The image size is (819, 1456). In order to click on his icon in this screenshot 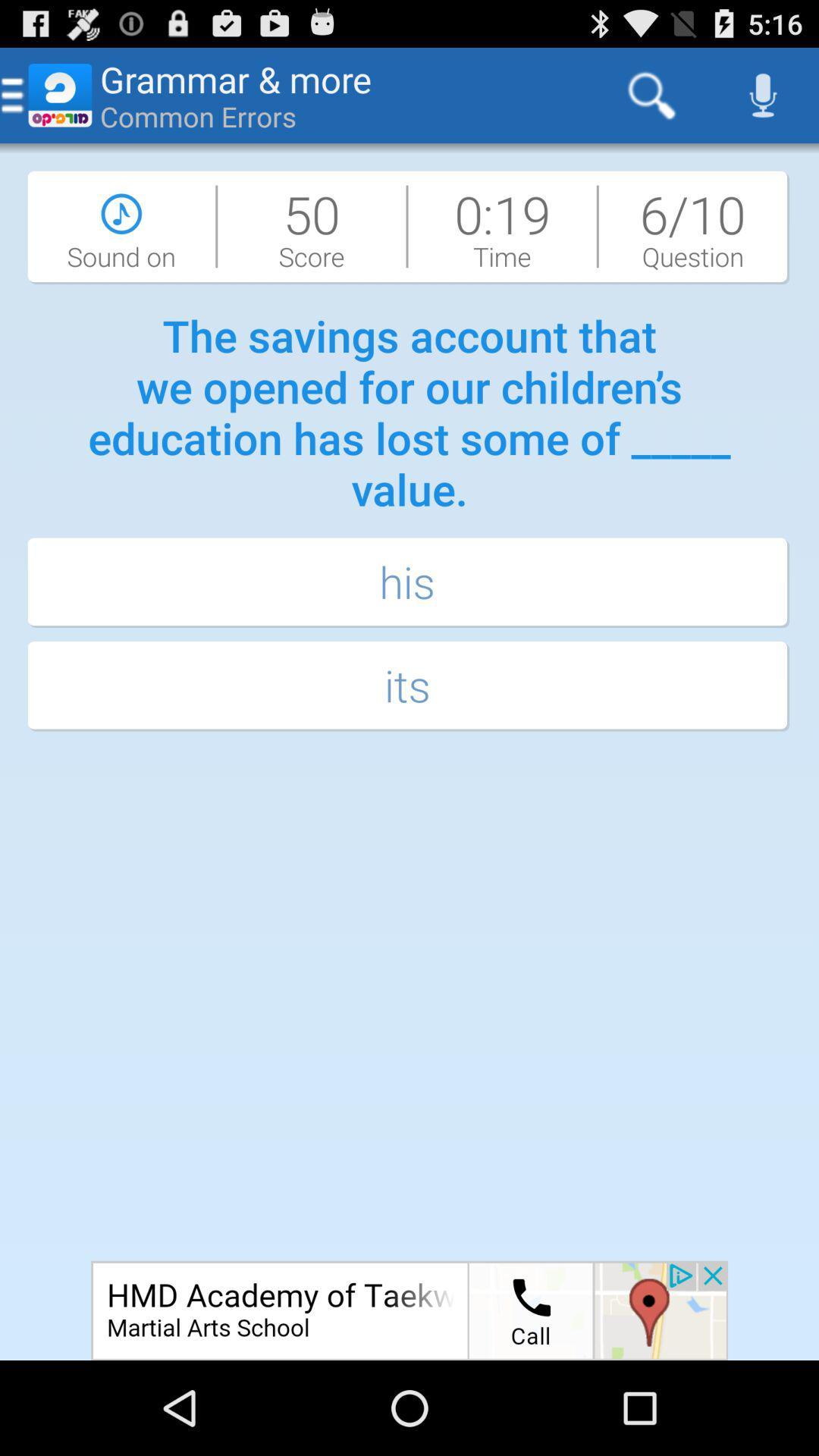, I will do `click(409, 582)`.